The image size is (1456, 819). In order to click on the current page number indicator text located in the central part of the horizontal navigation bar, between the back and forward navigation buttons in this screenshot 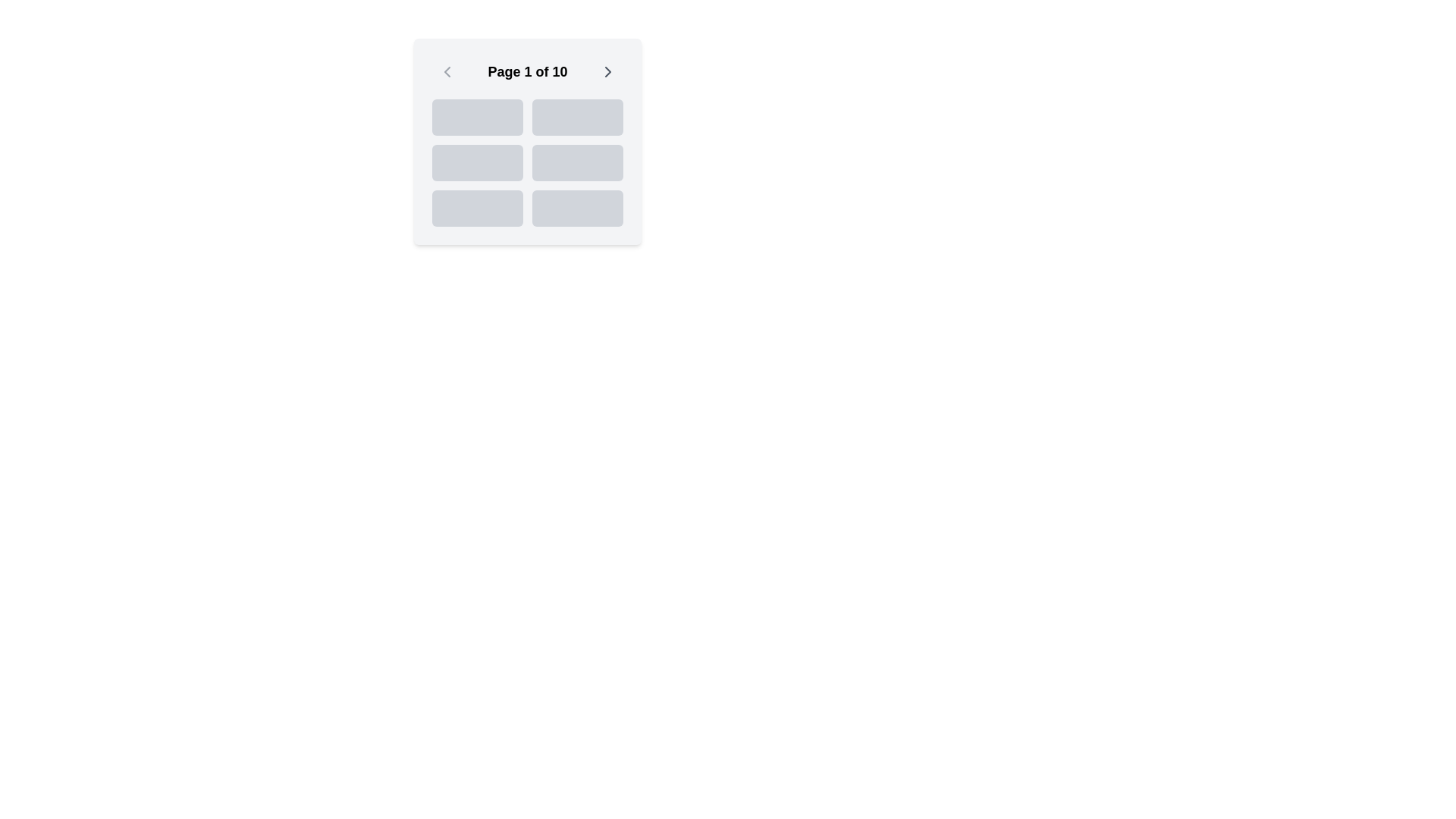, I will do `click(528, 72)`.